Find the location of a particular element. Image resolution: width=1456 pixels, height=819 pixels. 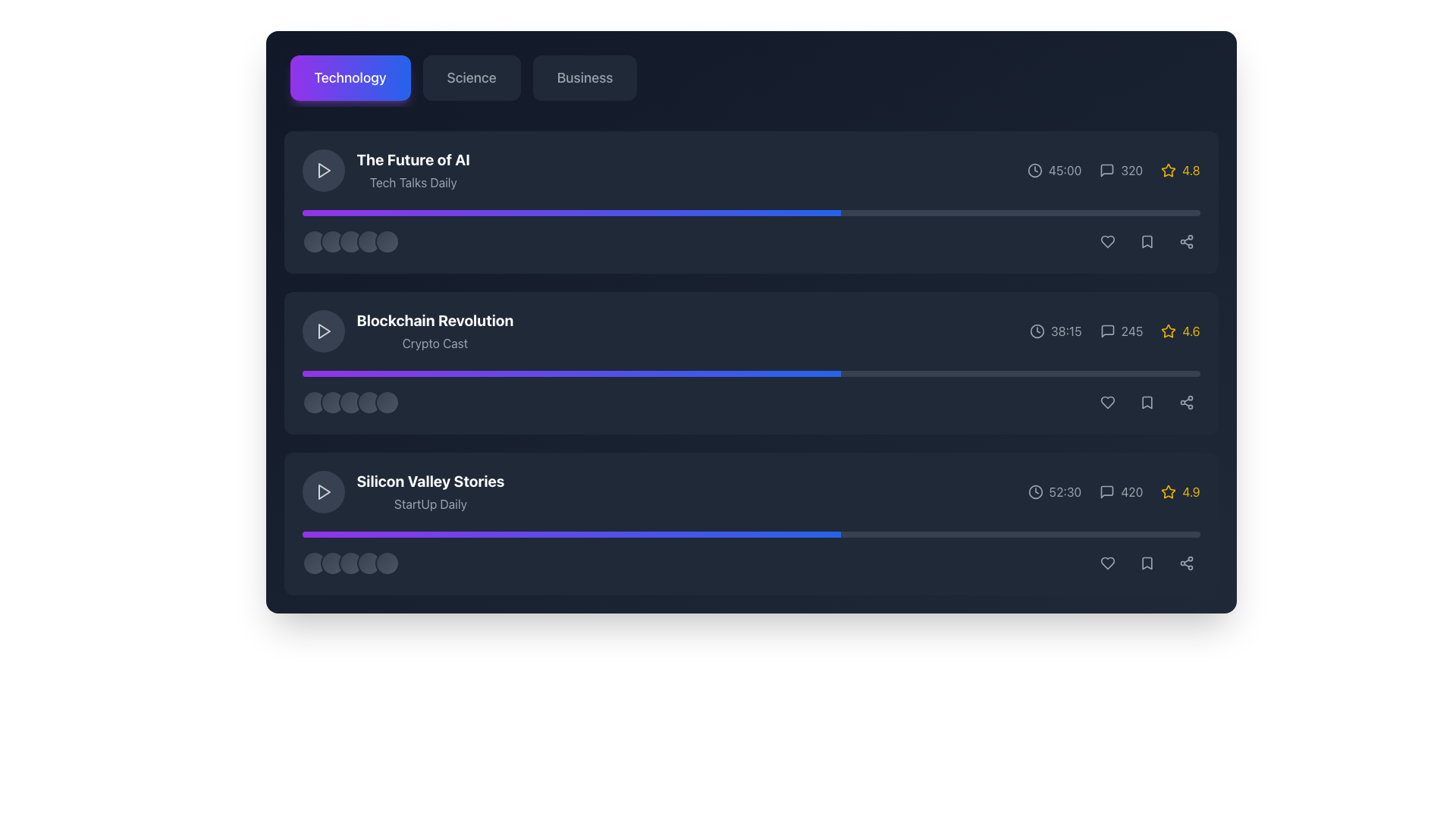

the like icon for the 'Blockchain Revolution' podcast is located at coordinates (1107, 241).